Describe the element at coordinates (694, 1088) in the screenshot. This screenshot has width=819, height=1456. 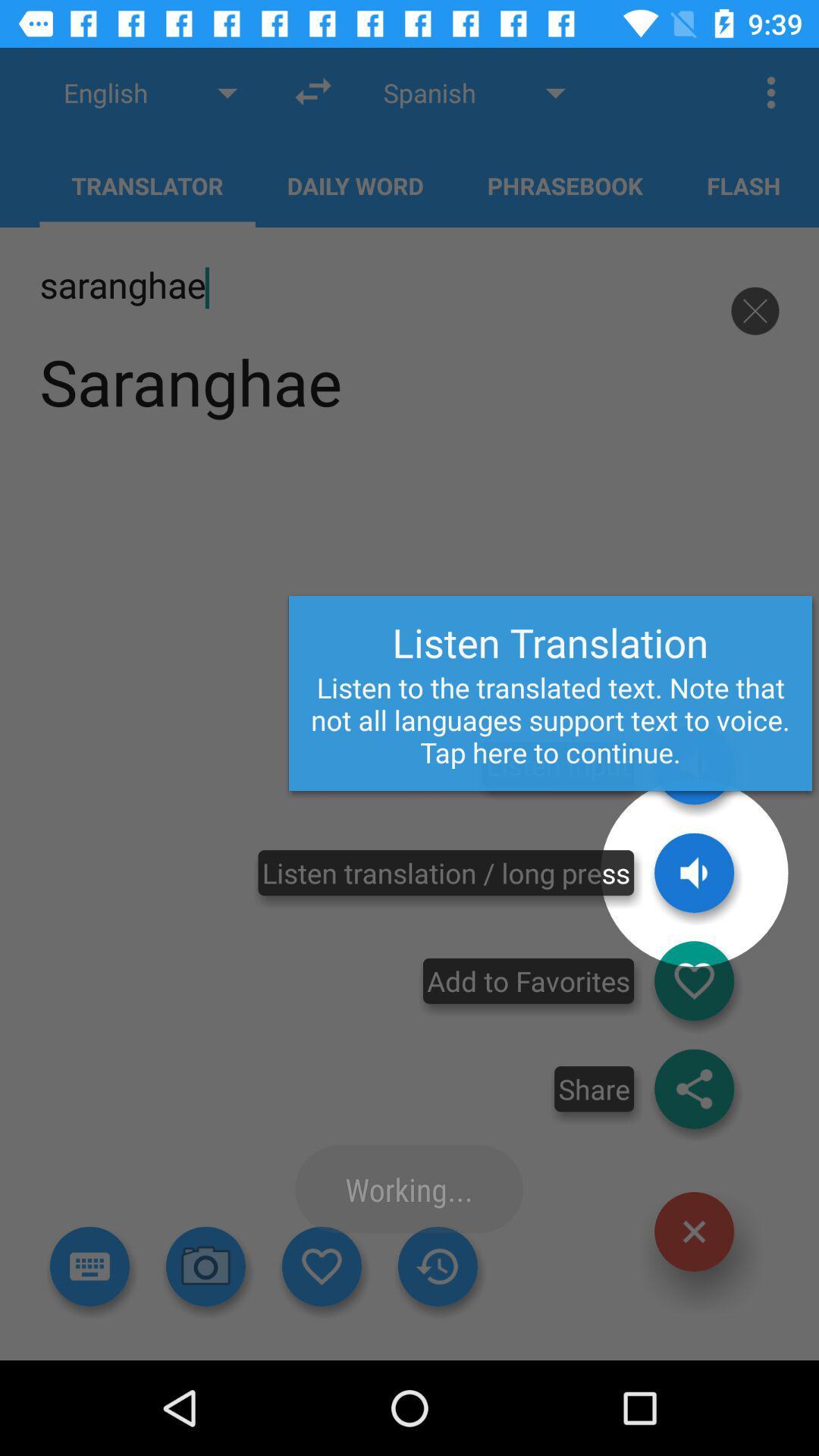
I see `the share icon` at that location.